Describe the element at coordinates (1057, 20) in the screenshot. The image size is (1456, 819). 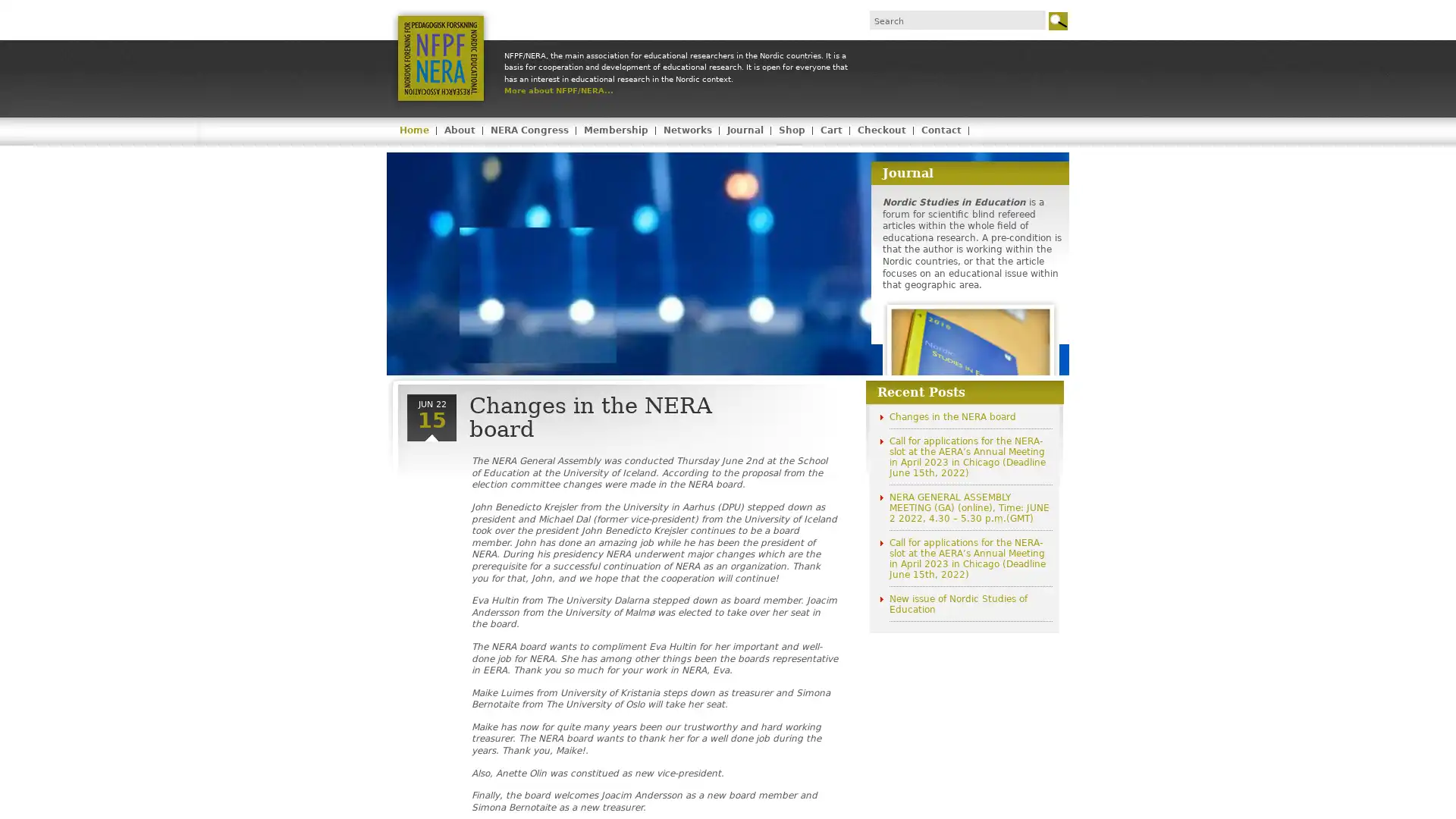
I see `Go` at that location.